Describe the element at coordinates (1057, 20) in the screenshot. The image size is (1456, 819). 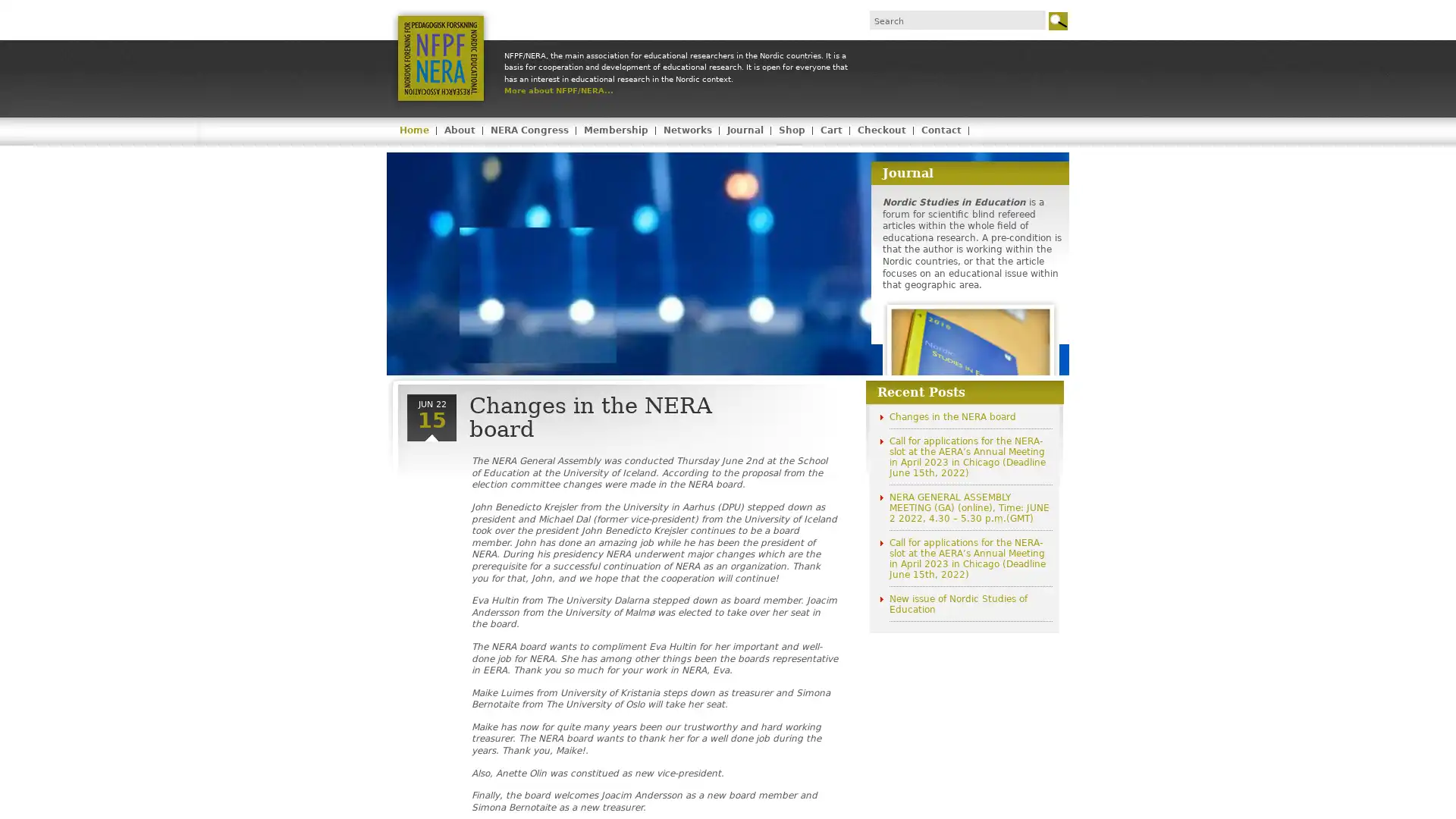
I see `Go` at that location.